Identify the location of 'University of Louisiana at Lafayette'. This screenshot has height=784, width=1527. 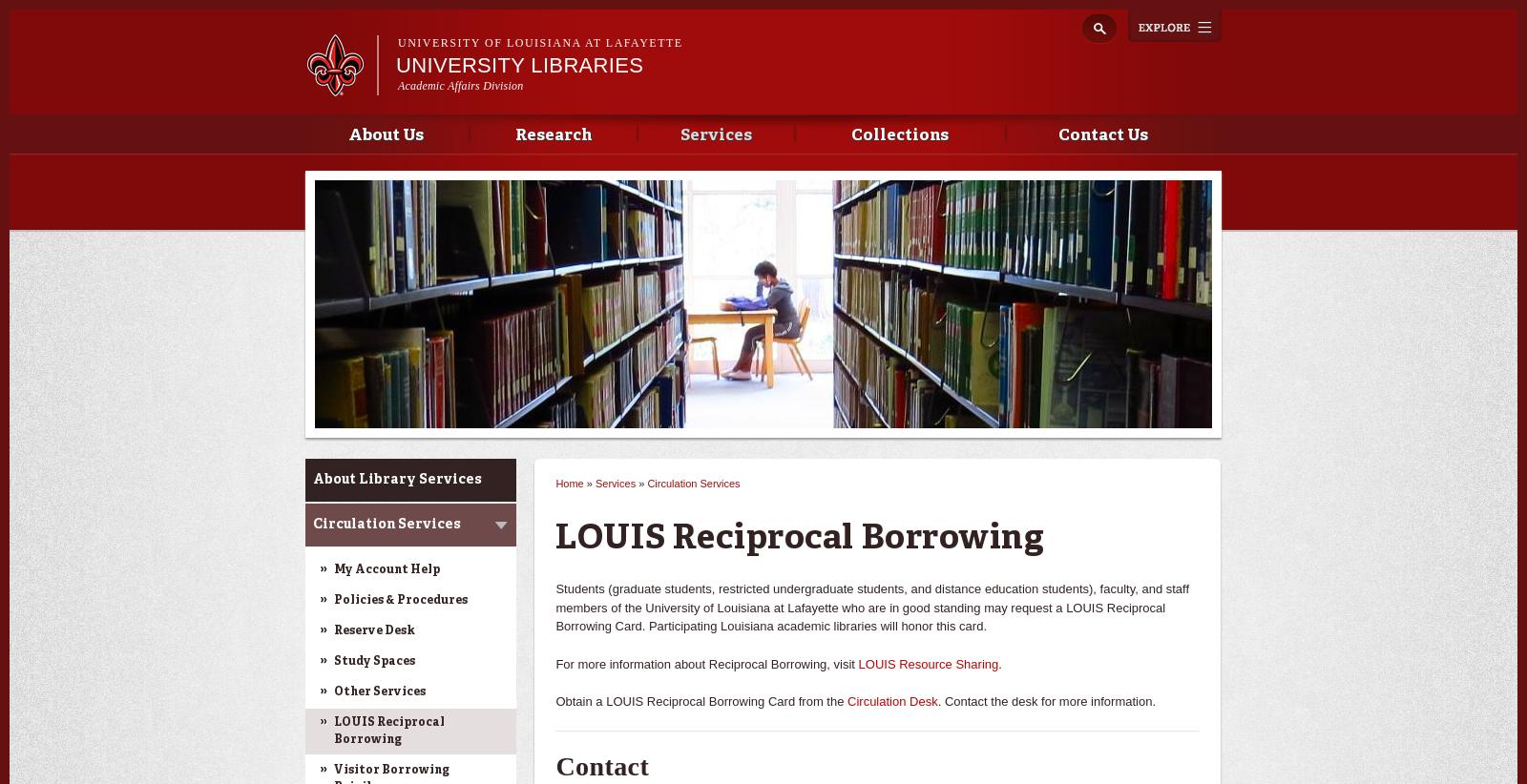
(396, 42).